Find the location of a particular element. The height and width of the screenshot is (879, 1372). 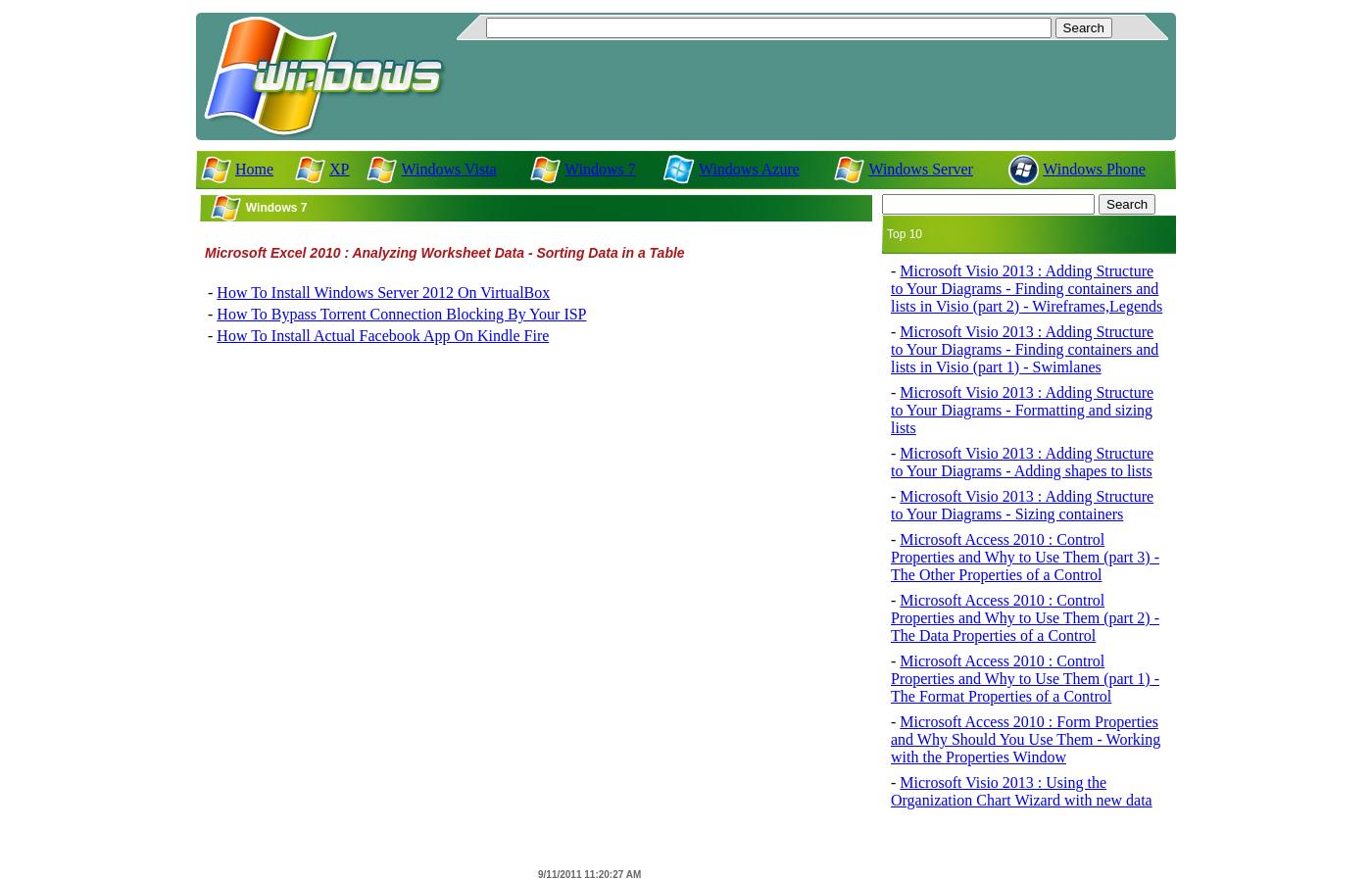

'How To Bypass Torrent Connection Blocking By Your ISP' is located at coordinates (401, 312).